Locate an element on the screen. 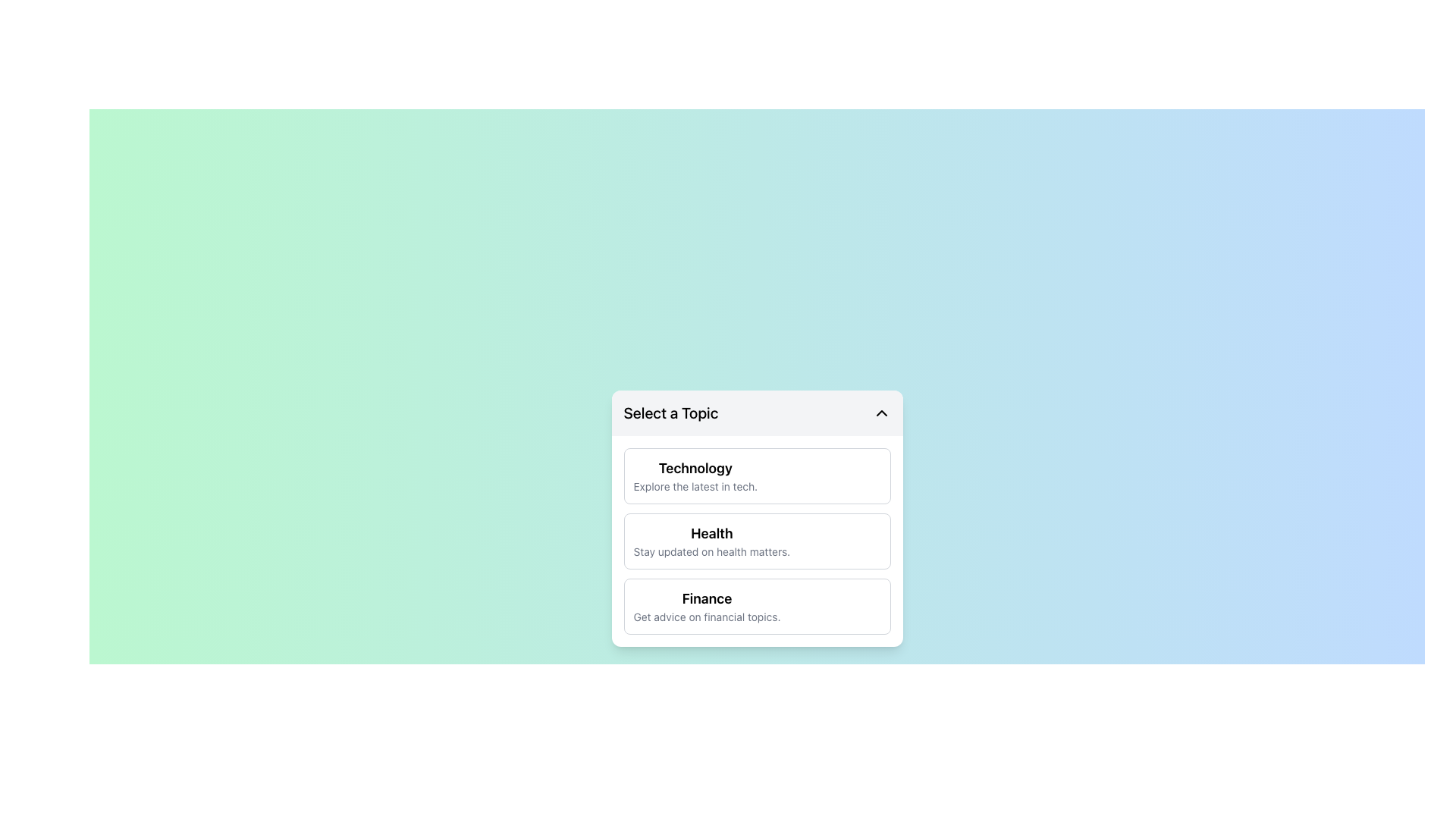 This screenshot has width=1456, height=819. the category title 'Finance' is located at coordinates (706, 598).